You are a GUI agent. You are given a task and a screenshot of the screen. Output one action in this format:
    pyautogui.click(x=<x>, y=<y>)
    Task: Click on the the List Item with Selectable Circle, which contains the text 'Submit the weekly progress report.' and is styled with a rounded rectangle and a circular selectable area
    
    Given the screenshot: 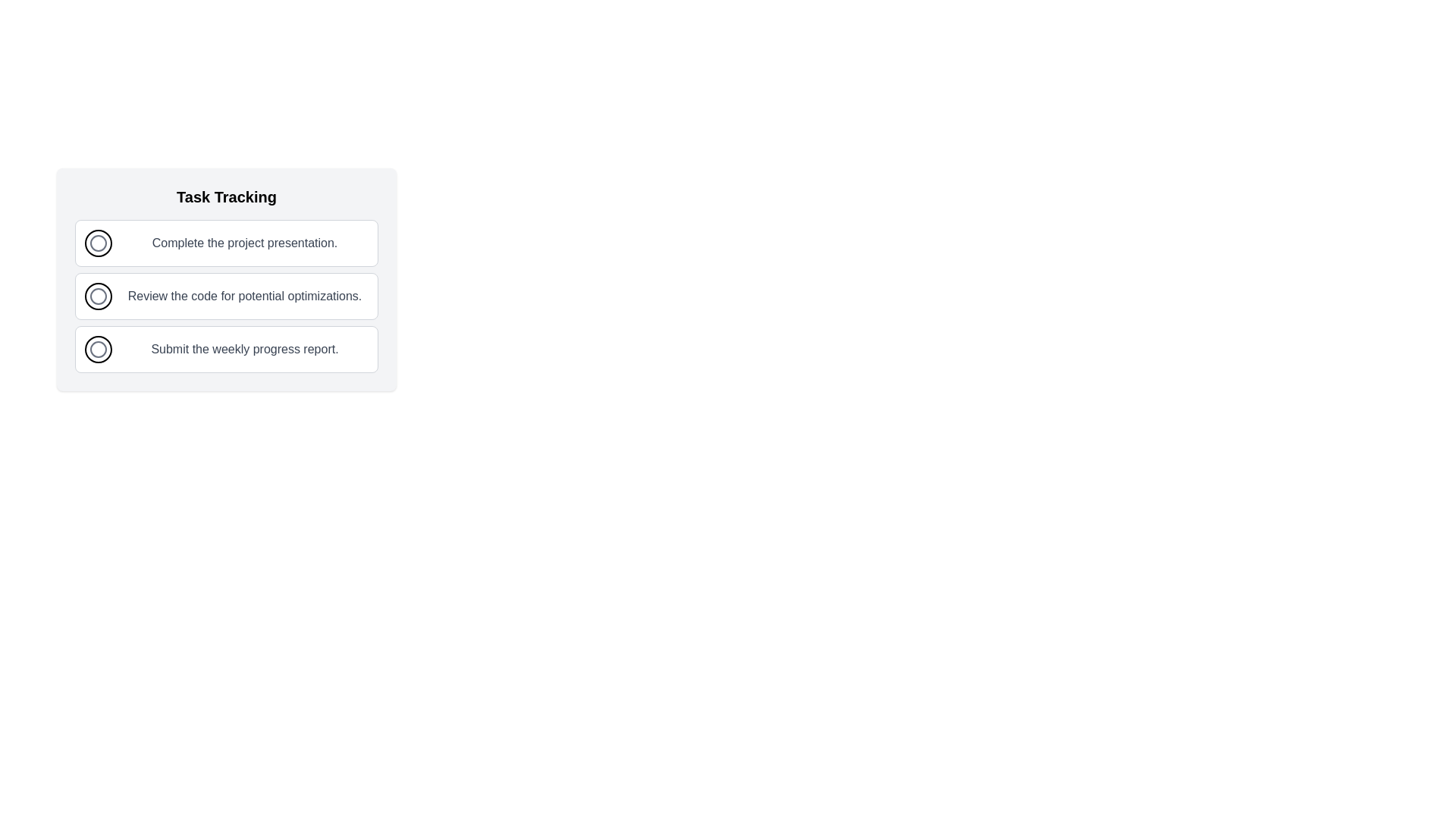 What is the action you would take?
    pyautogui.click(x=225, y=350)
    